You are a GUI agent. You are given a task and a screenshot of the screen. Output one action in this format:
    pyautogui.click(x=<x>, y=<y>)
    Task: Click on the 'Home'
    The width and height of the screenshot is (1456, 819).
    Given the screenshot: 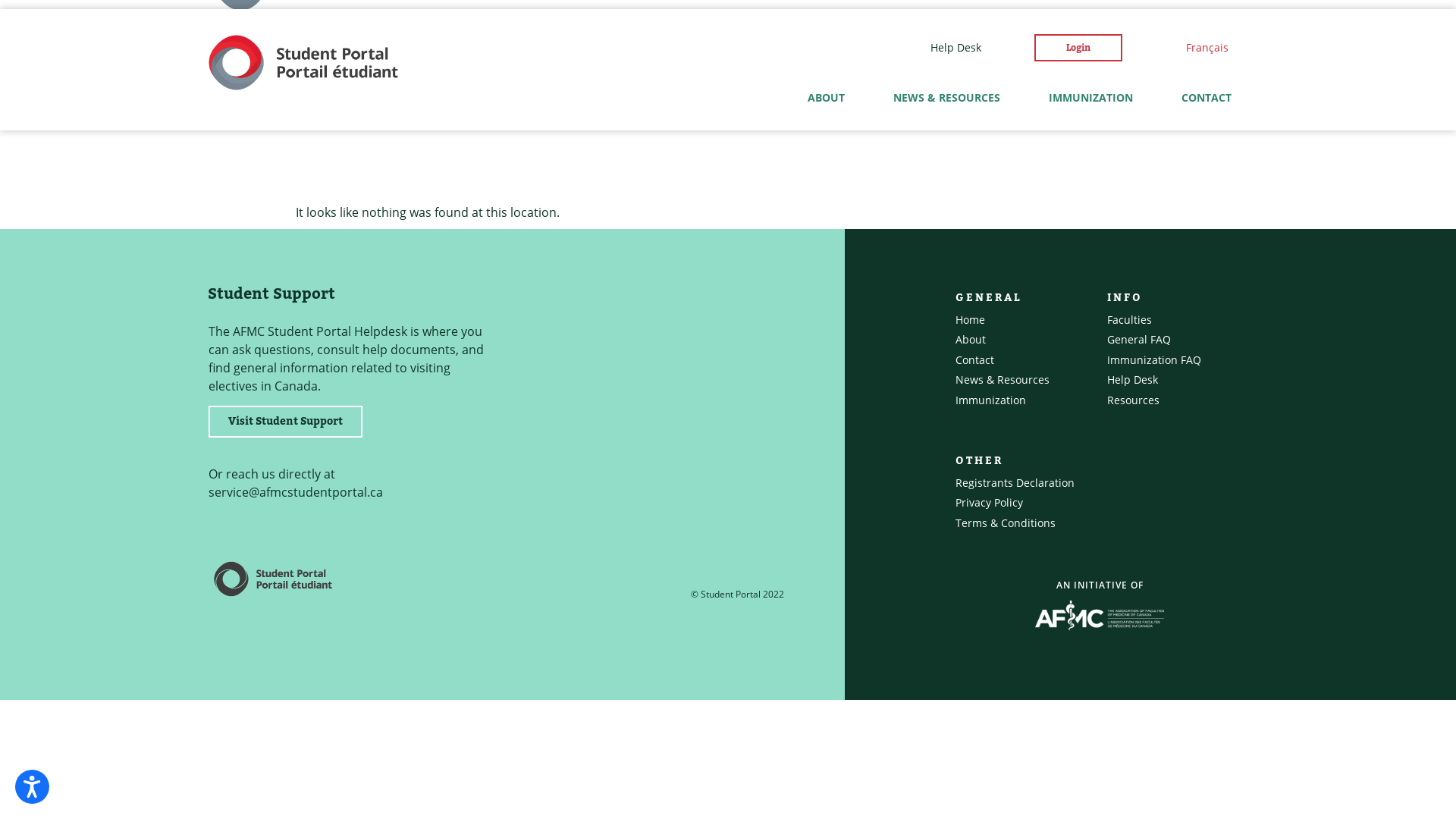 What is the action you would take?
    pyautogui.click(x=969, y=318)
    